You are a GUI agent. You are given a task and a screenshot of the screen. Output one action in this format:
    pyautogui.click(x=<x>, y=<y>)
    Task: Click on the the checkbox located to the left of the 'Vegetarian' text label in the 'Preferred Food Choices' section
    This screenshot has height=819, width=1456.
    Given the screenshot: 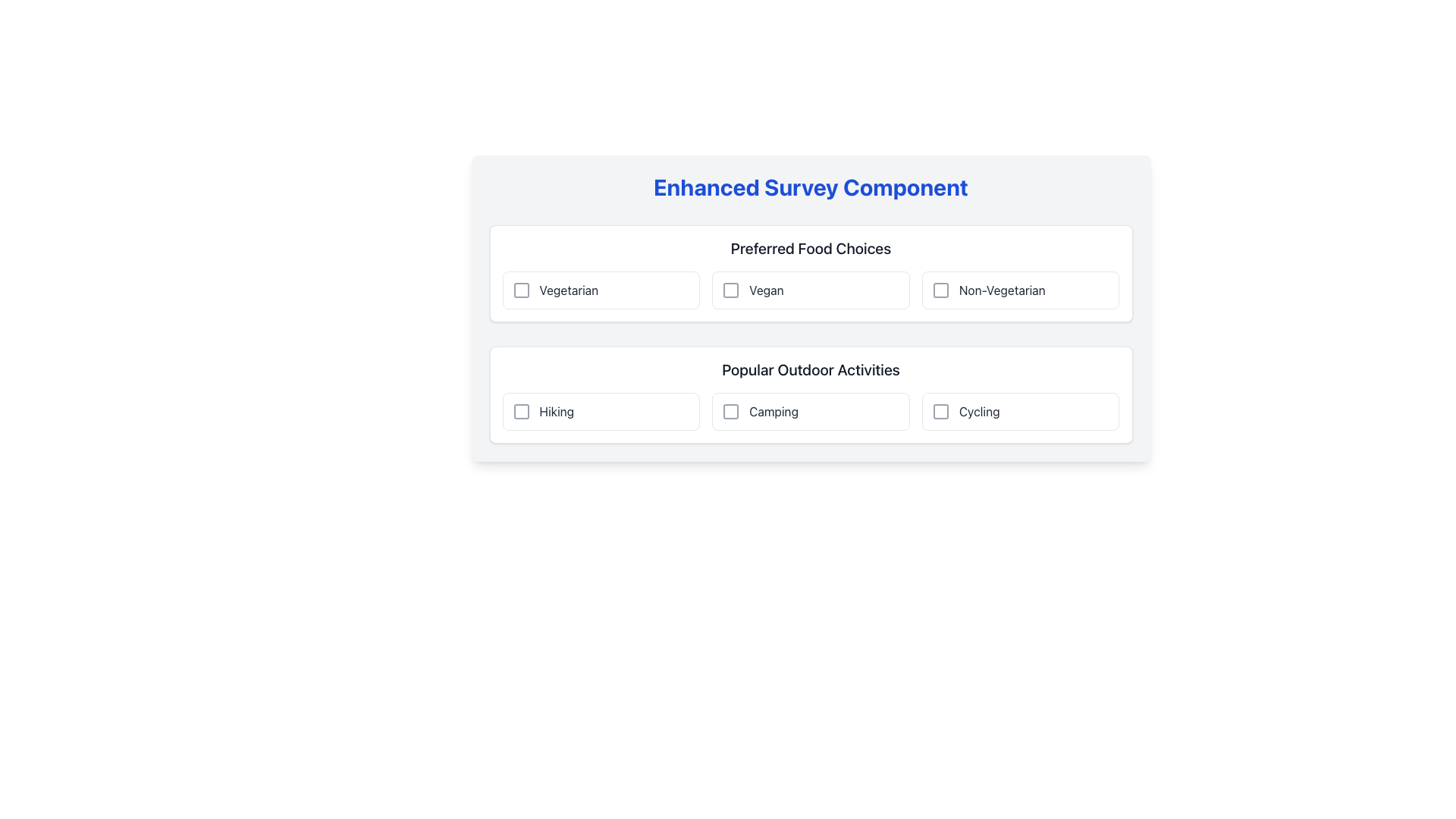 What is the action you would take?
    pyautogui.click(x=521, y=290)
    